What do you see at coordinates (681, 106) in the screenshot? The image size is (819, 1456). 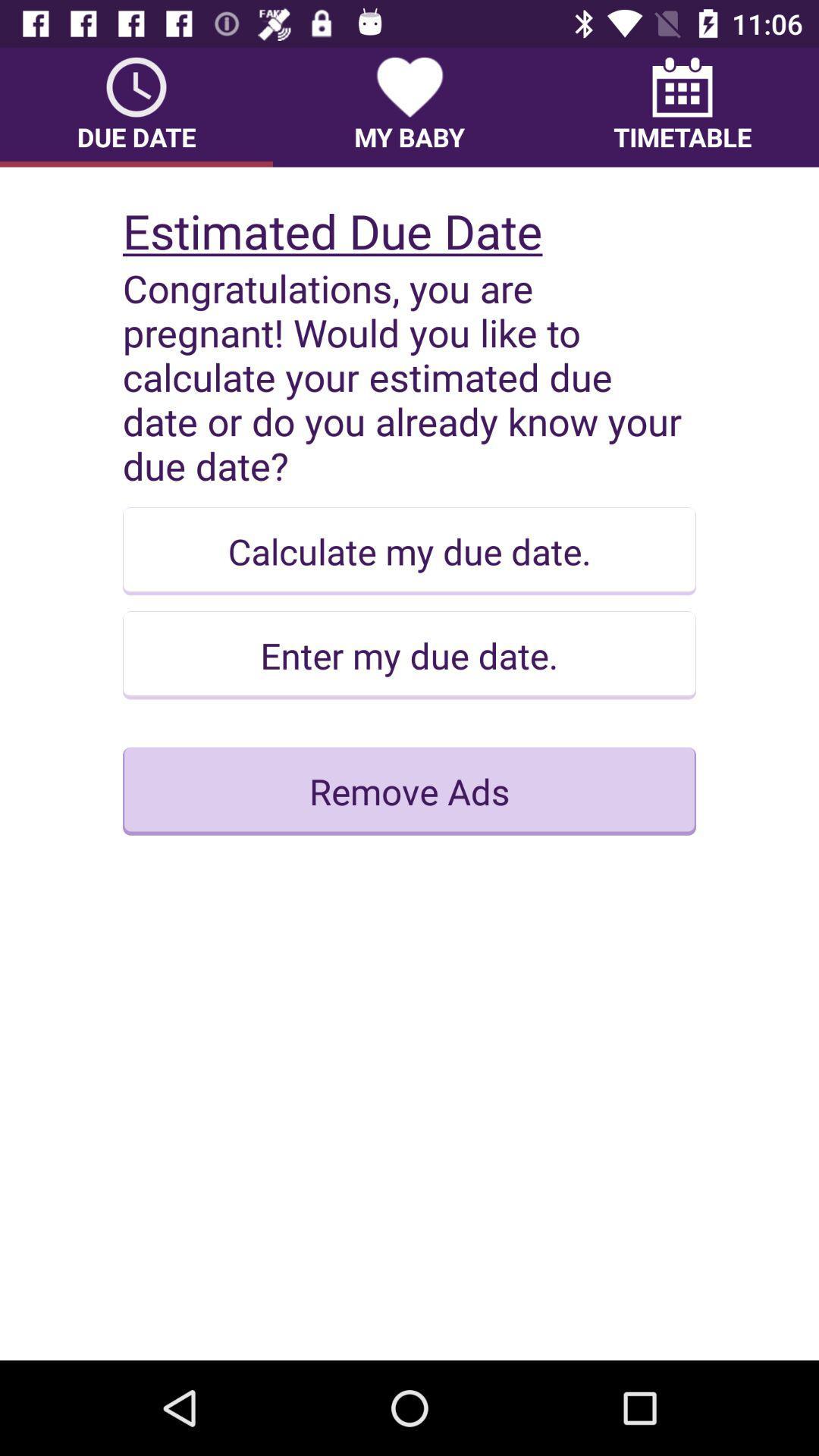 I see `item to the right of my baby item` at bounding box center [681, 106].